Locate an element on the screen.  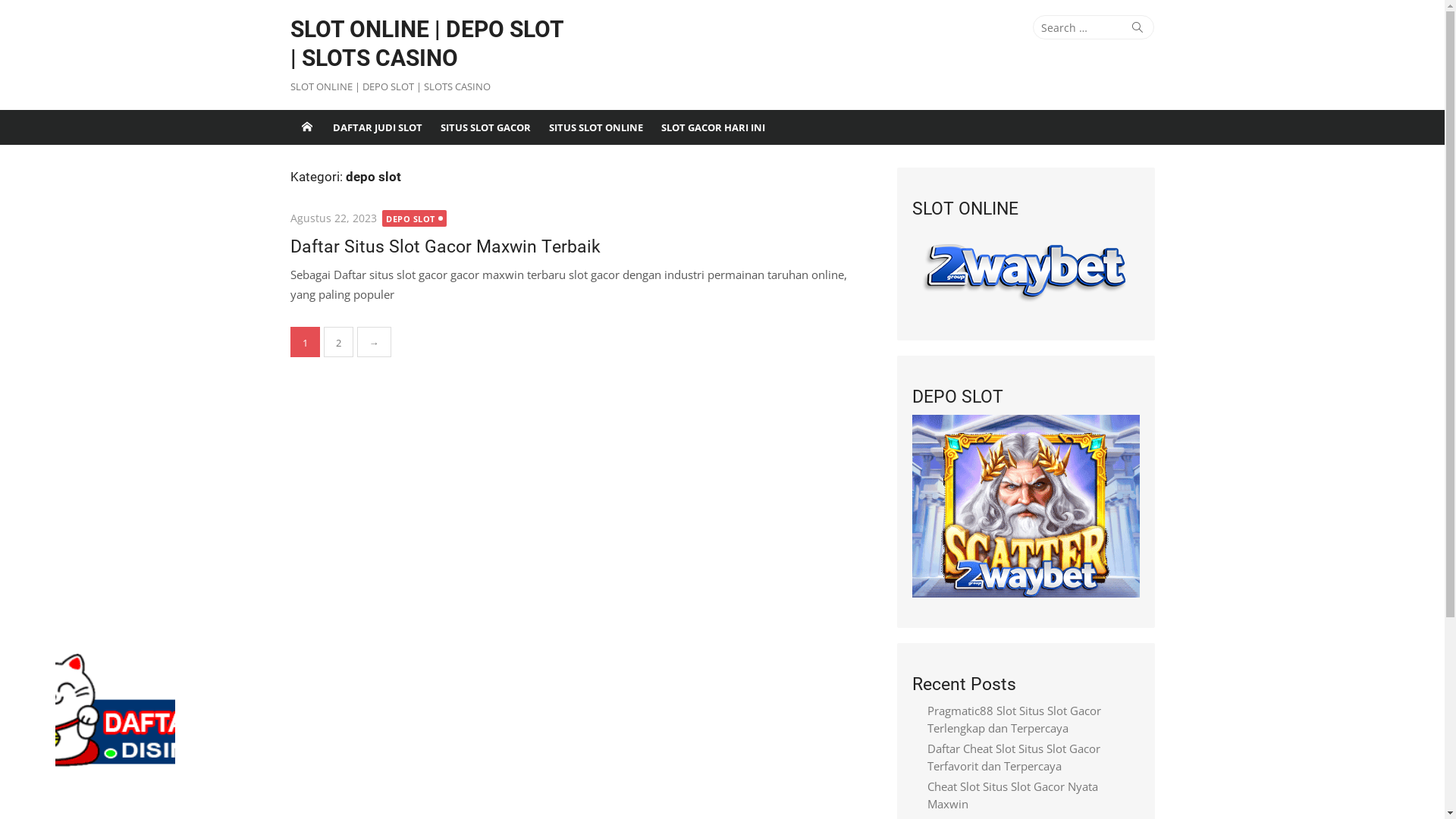
'SITUS SLOT GACOR' is located at coordinates (484, 127).